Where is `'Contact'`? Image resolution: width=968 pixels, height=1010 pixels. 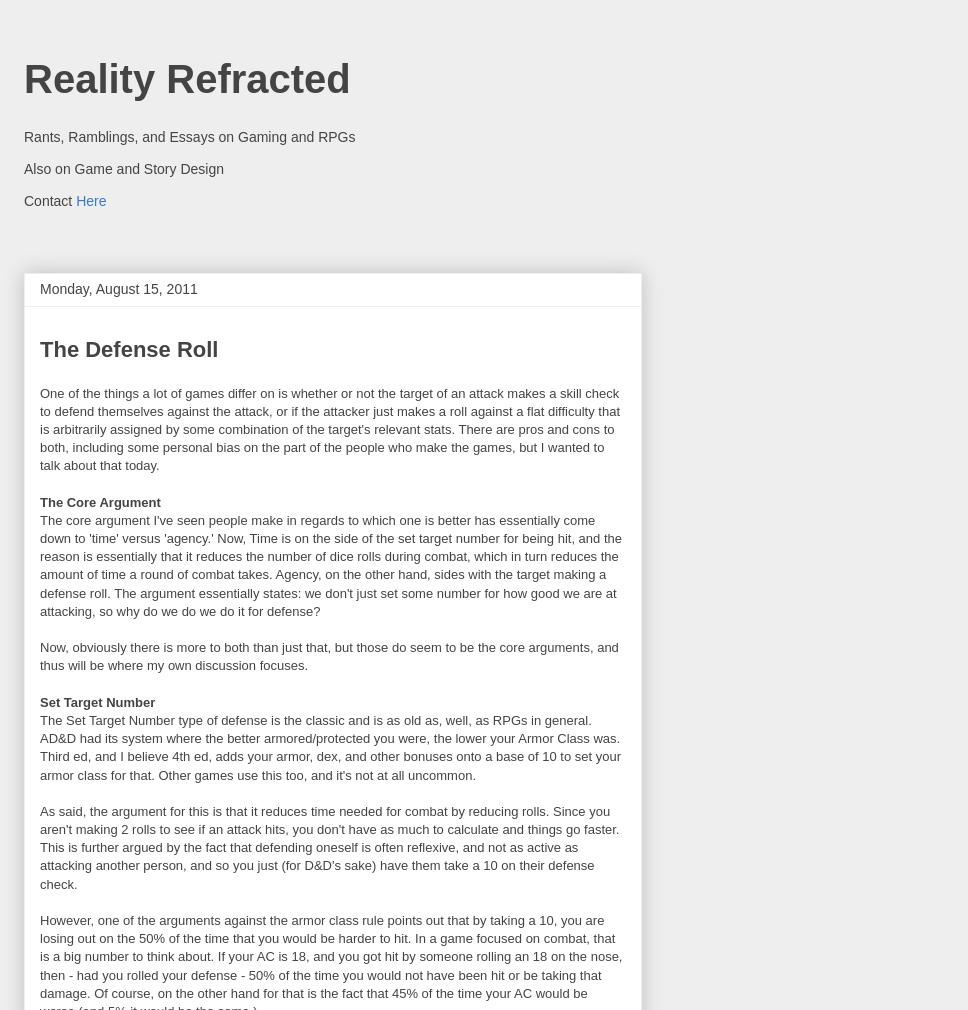
'Contact' is located at coordinates (49, 198).